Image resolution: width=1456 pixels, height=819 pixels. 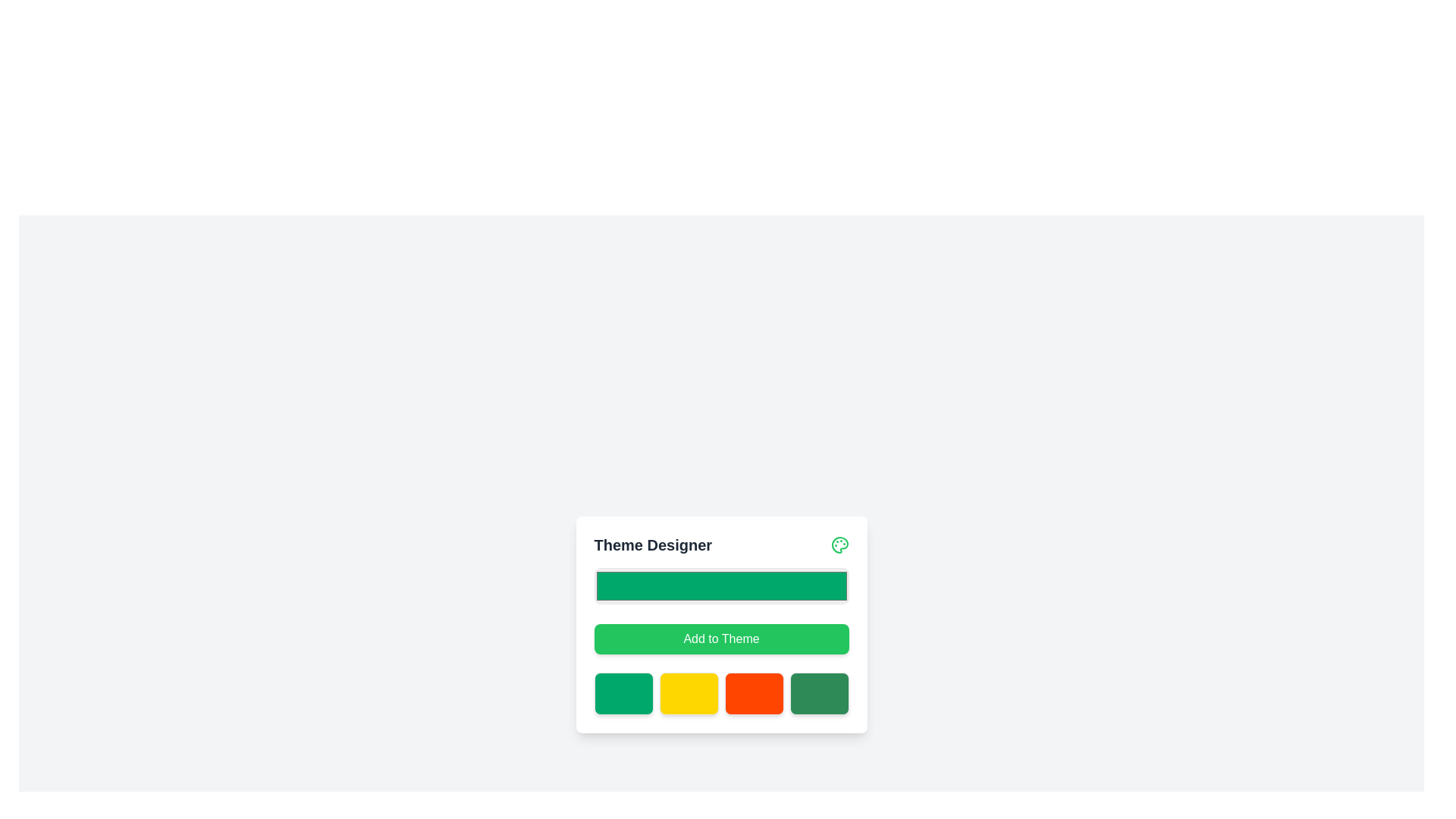 I want to click on the color preview block located in the third position from the left in a grid of four color blocks at the bottom section of the interface, so click(x=754, y=693).